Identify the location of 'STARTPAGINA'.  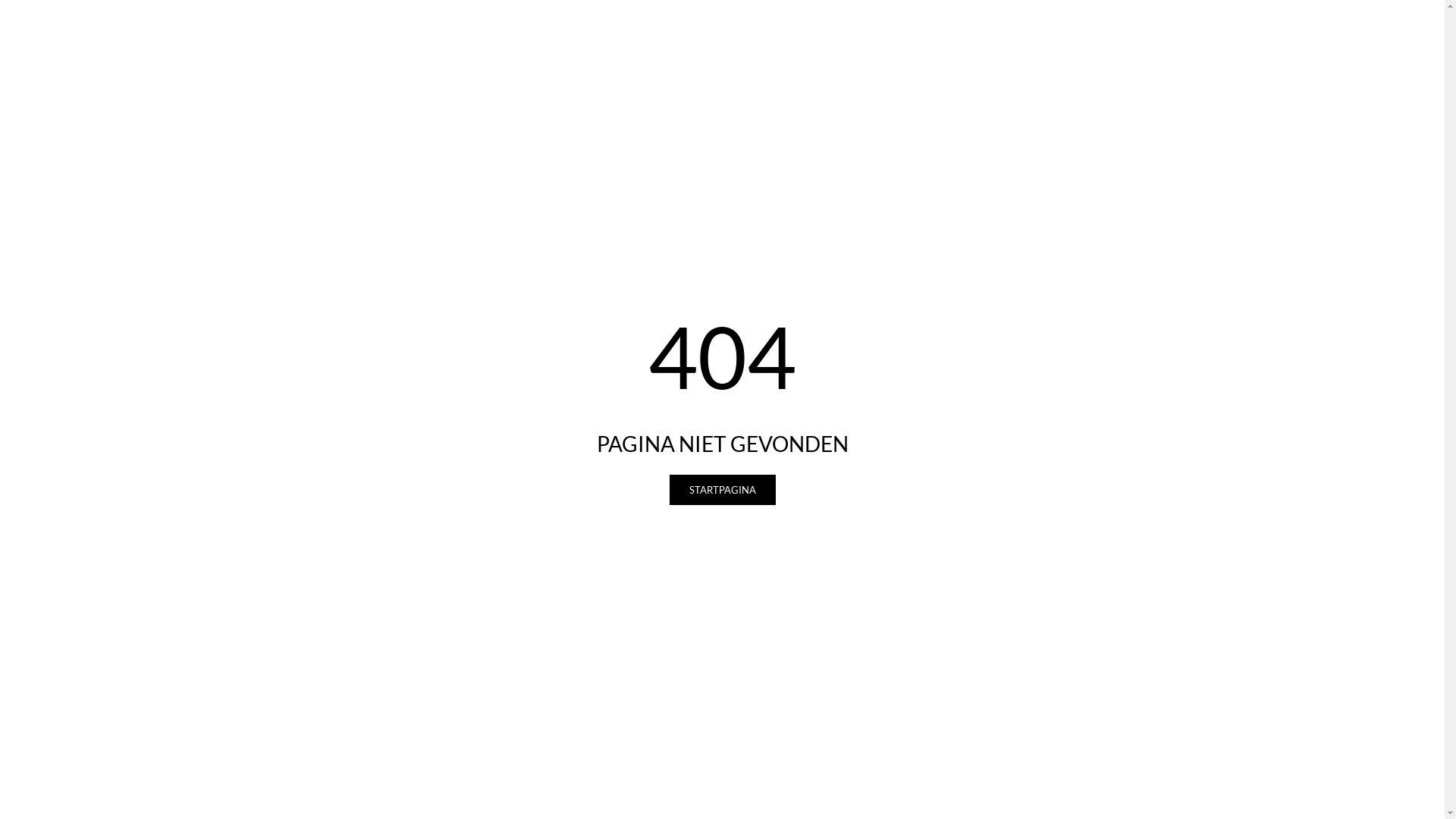
(720, 489).